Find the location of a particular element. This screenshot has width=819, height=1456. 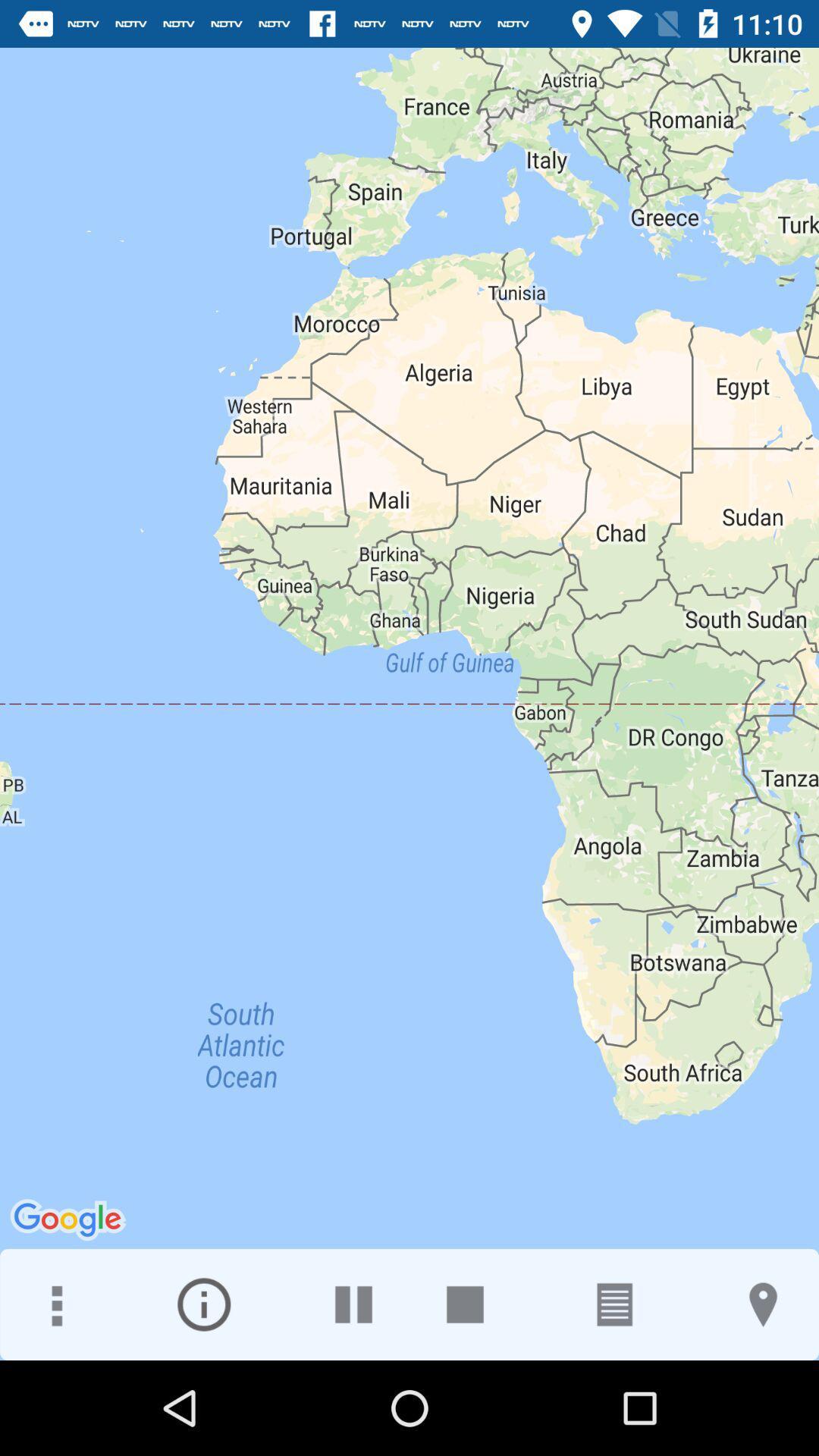

the location icon is located at coordinates (763, 1304).